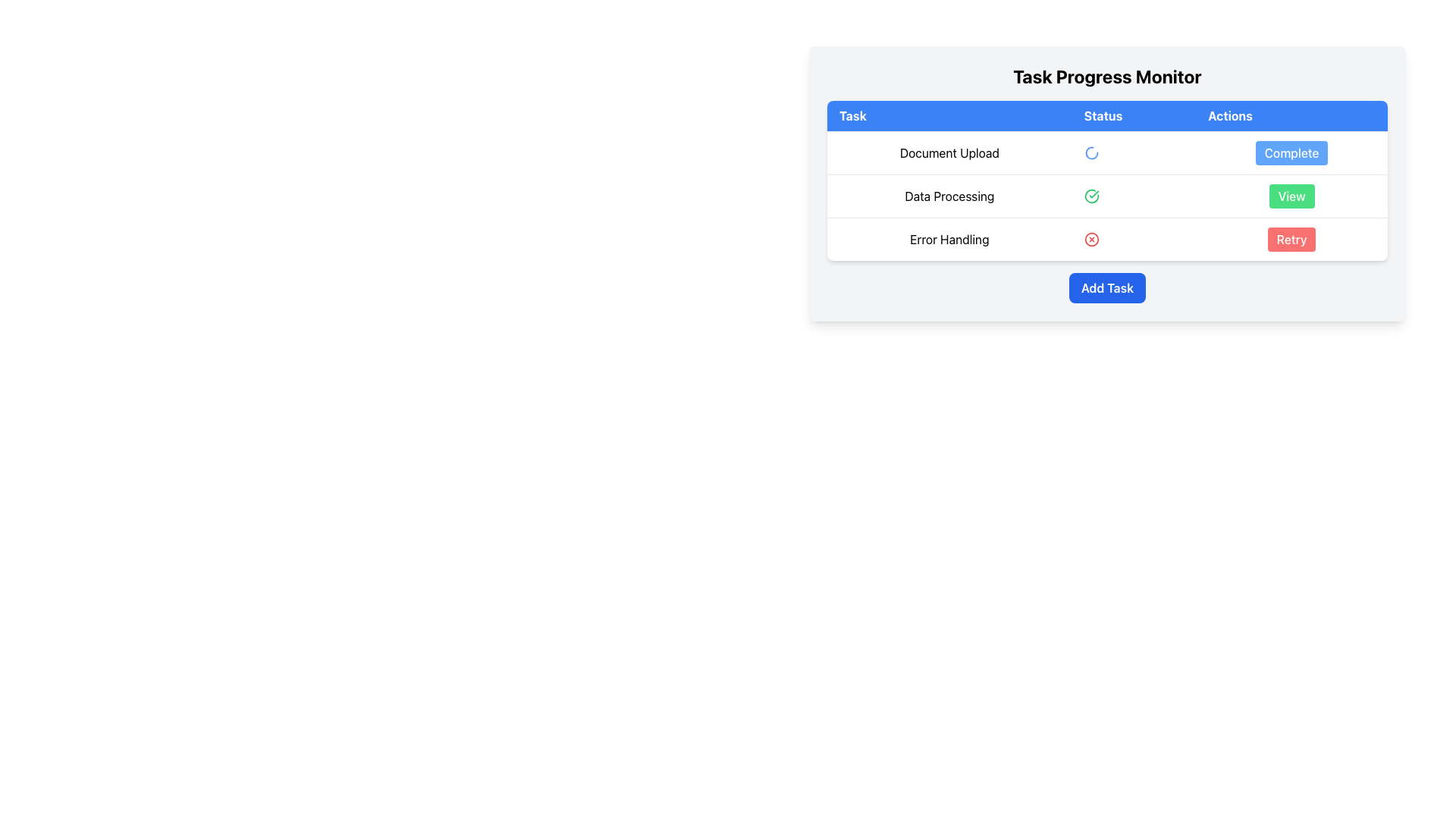  I want to click on the 'View' button located on the rightmost side of the row corresponding to 'Data Processing' in the table under the 'Actions' column, so click(1291, 195).